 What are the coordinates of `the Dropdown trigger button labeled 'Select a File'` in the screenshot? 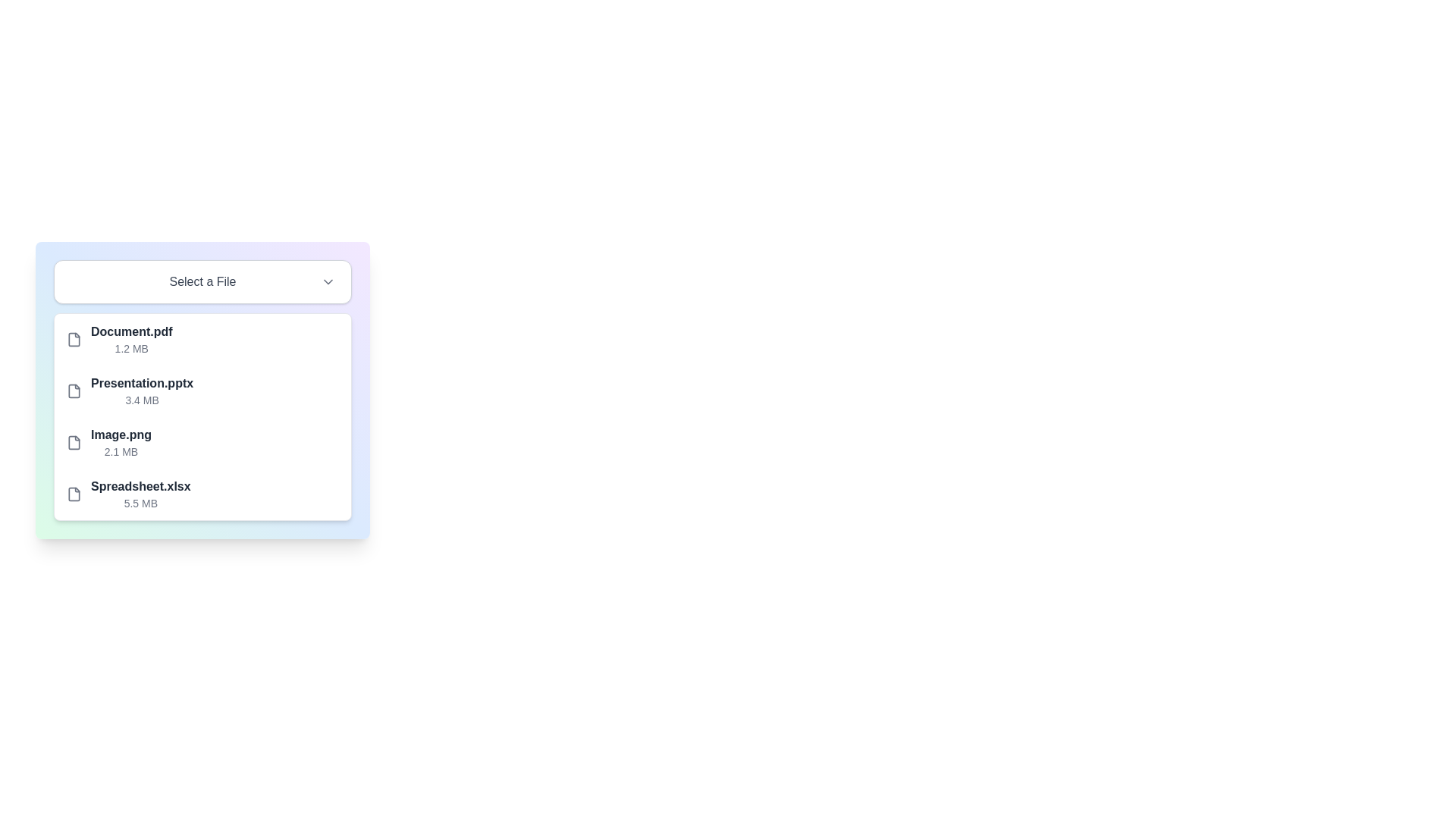 It's located at (202, 281).